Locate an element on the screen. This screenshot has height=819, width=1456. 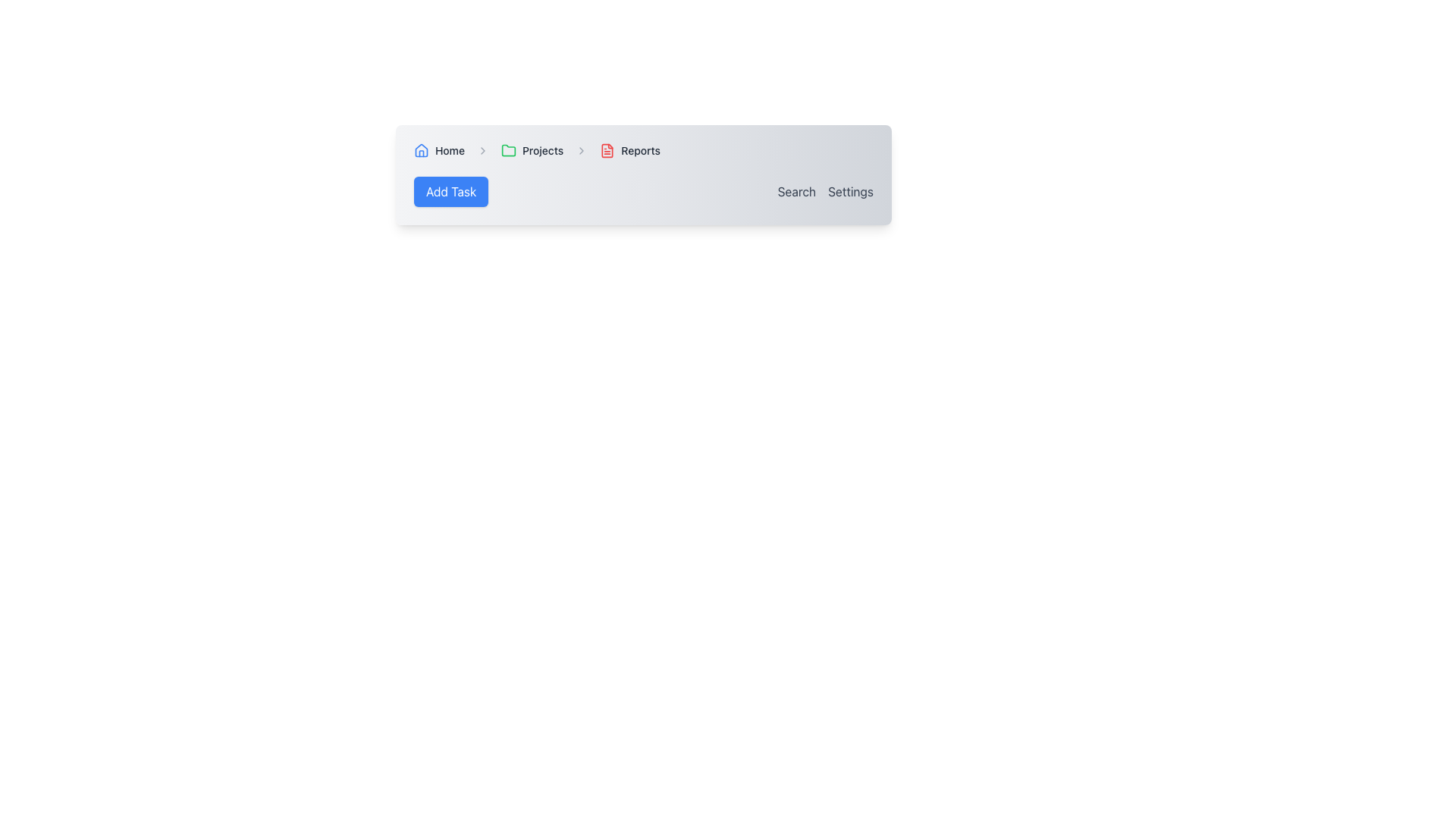
the folder icon in the breadcrumb navigation system, which is visually represented to the left of the text link 'Projects' is located at coordinates (509, 149).